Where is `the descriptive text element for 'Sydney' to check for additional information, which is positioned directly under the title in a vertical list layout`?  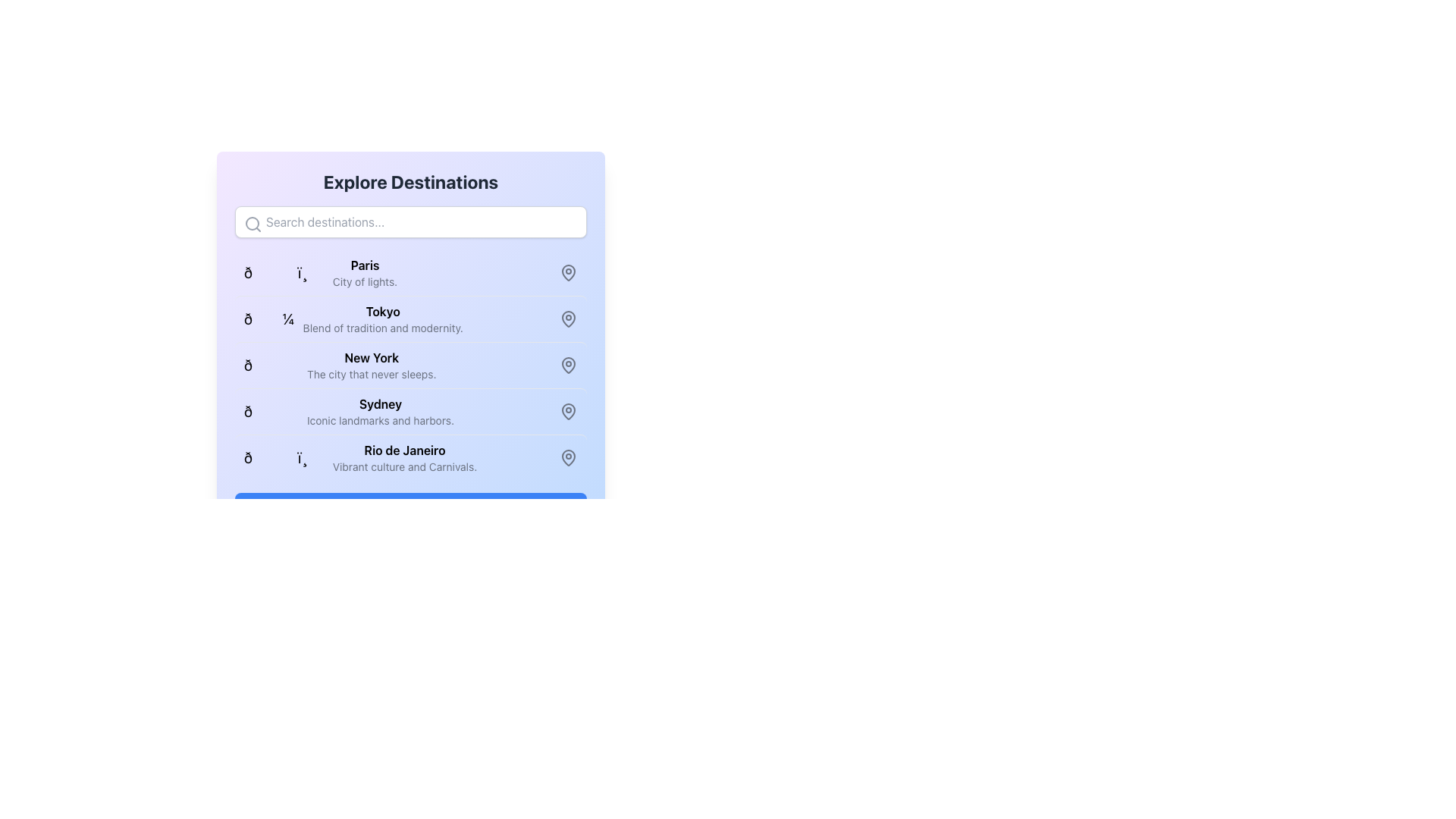 the descriptive text element for 'Sydney' to check for additional information, which is positioned directly under the title in a vertical list layout is located at coordinates (381, 421).